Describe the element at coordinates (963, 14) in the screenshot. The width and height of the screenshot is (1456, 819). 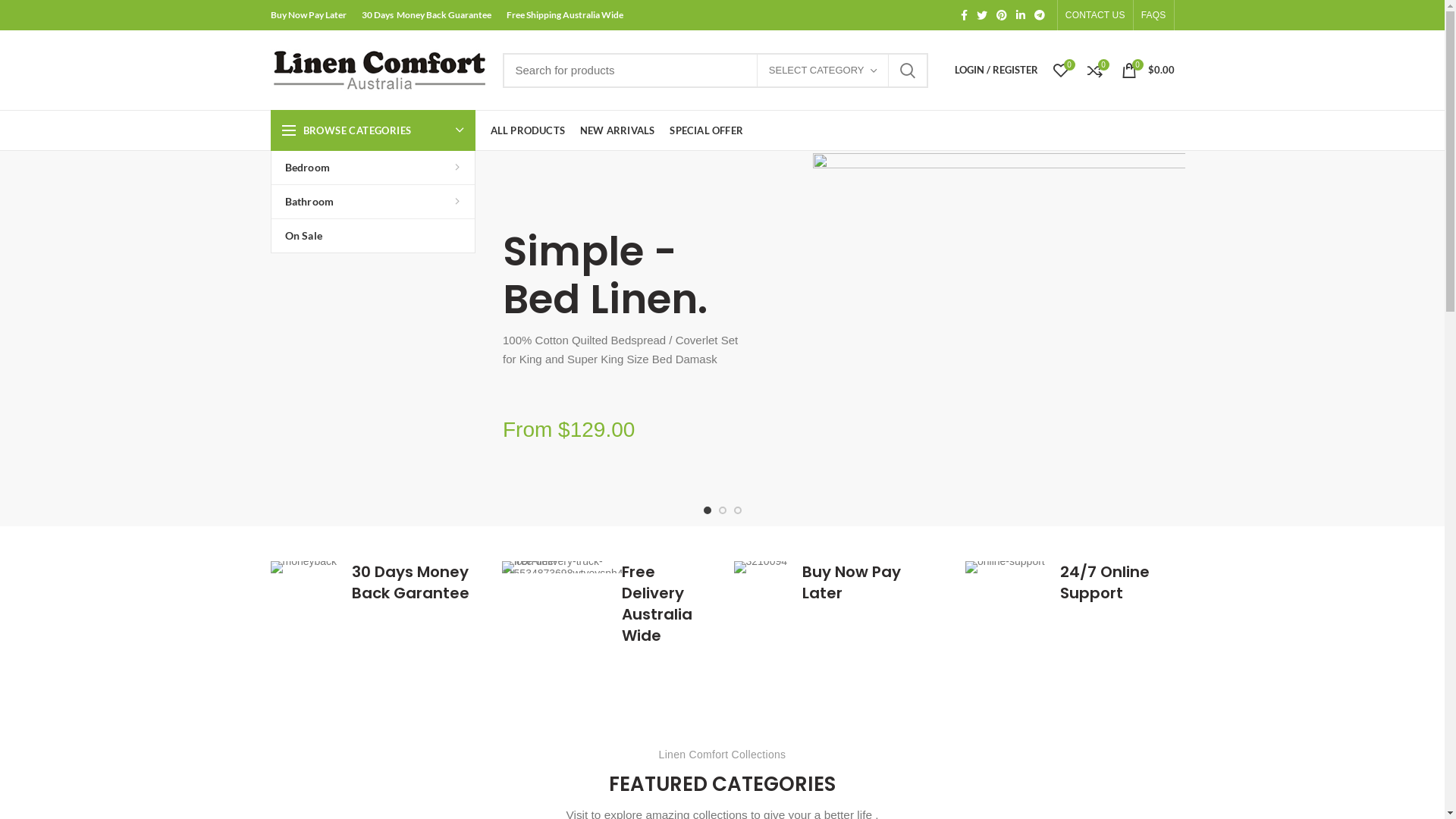
I see `'Facebook'` at that location.